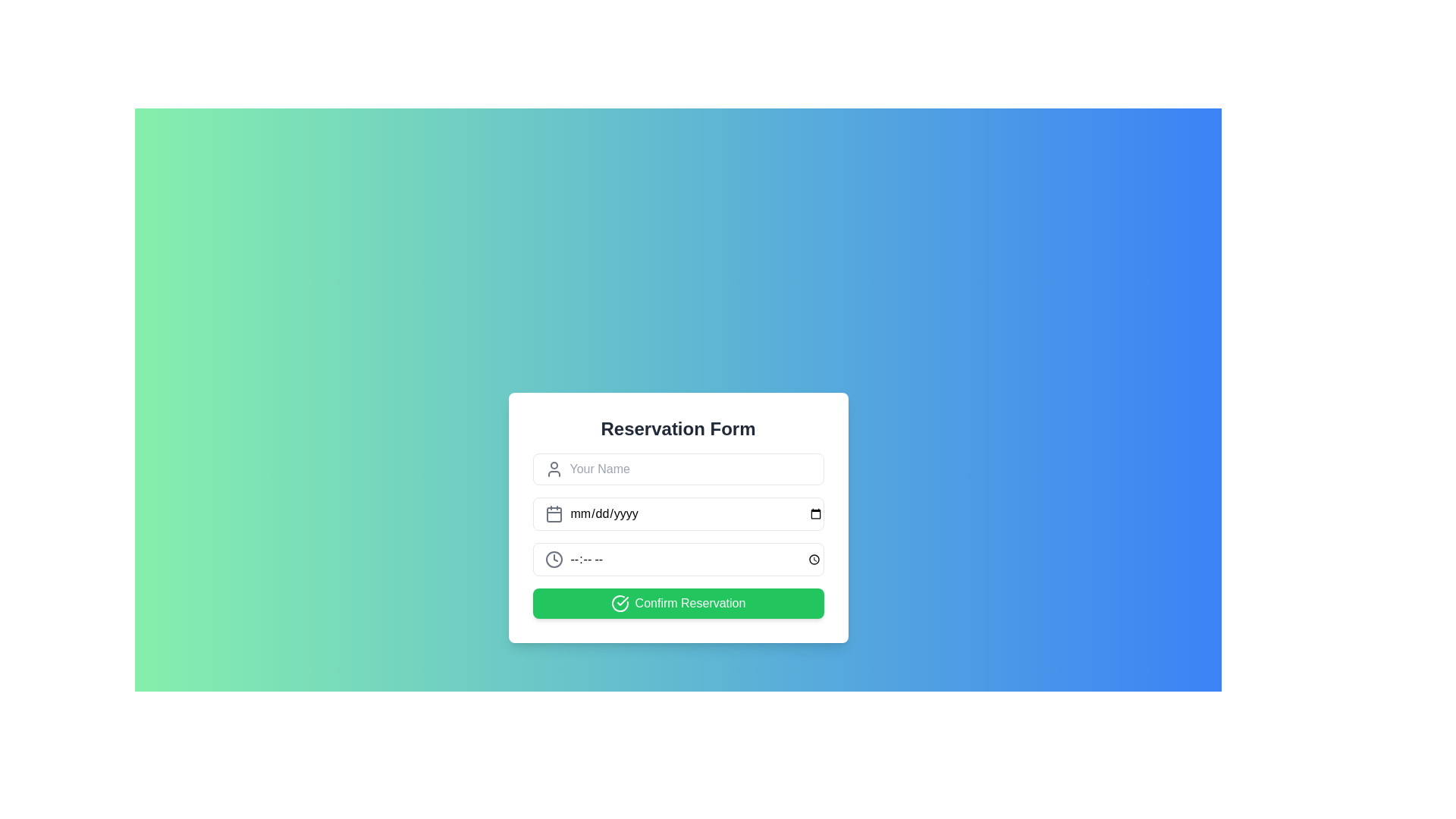  Describe the element at coordinates (553, 559) in the screenshot. I see `the time input field icon located at the far left of the time input field, which serves as a visual indicator for selecting or entering time values` at that location.